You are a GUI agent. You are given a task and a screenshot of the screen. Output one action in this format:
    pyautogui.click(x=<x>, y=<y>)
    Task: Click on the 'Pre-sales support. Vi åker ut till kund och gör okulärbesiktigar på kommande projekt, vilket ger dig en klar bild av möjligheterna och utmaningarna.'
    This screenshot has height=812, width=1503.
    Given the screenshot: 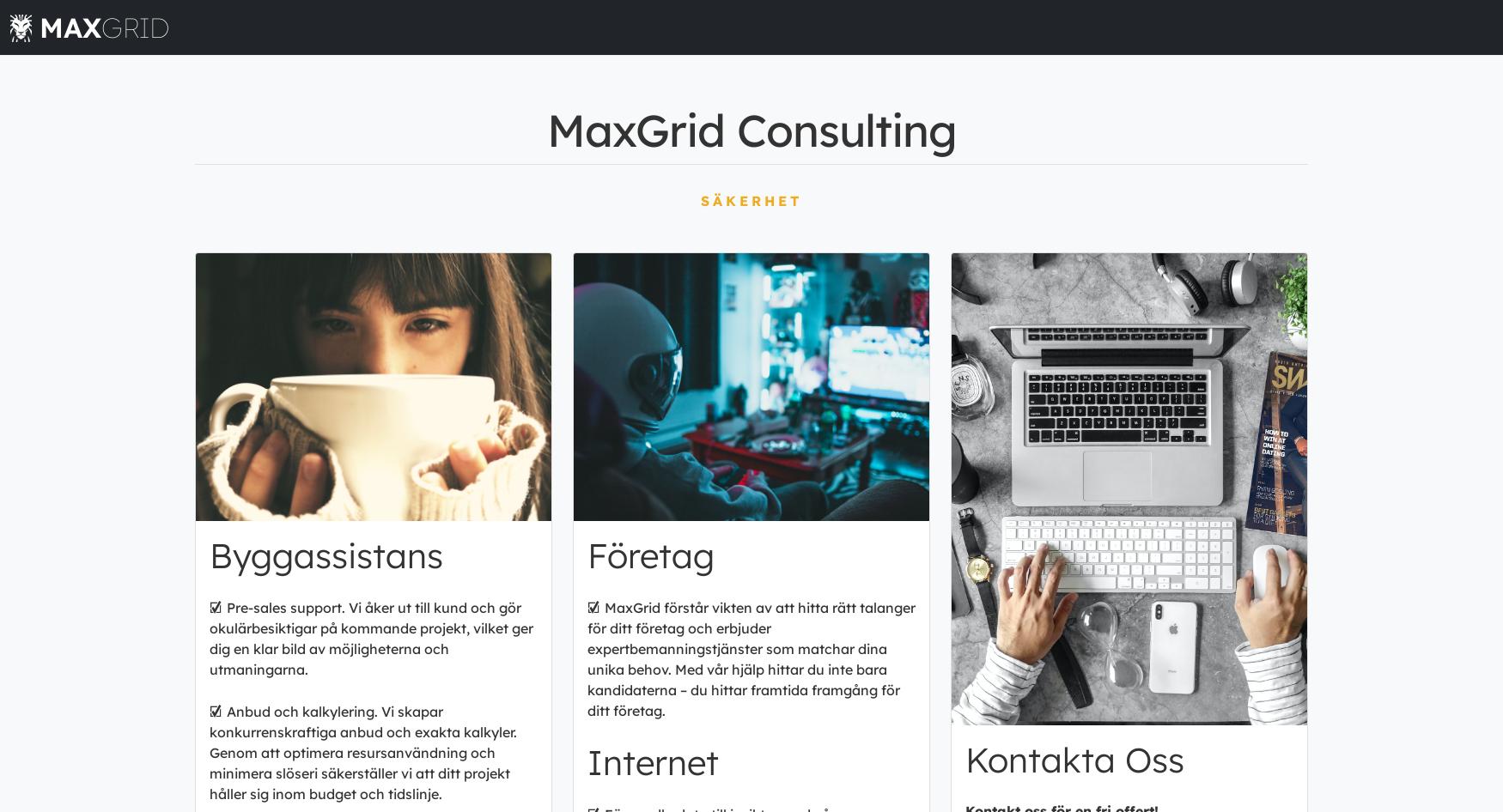 What is the action you would take?
    pyautogui.click(x=370, y=636)
    